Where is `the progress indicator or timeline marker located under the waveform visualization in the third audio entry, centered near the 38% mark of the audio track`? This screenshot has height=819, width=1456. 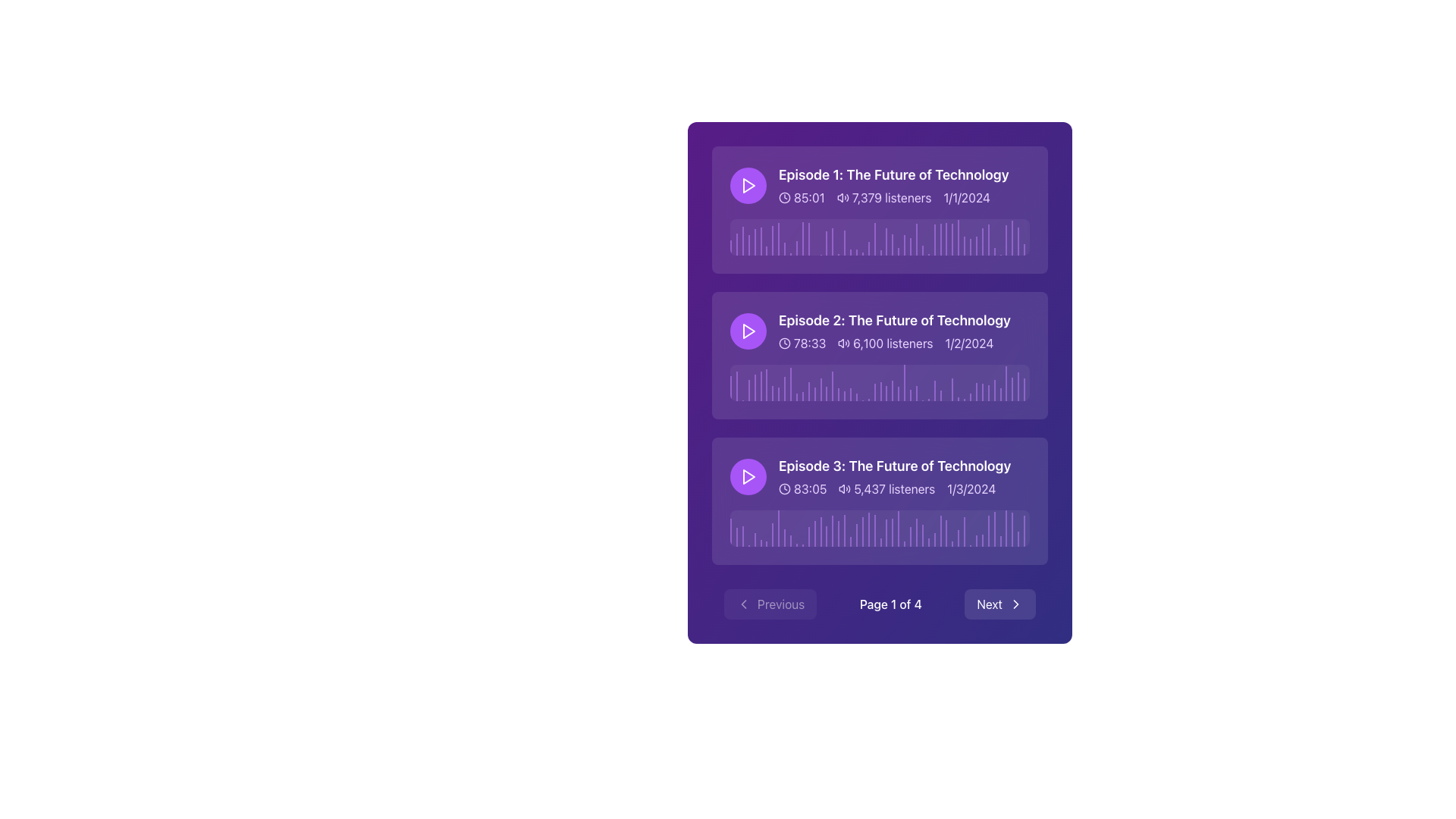 the progress indicator or timeline marker located under the waveform visualization in the third audio entry, centered near the 38% mark of the audio track is located at coordinates (844, 529).